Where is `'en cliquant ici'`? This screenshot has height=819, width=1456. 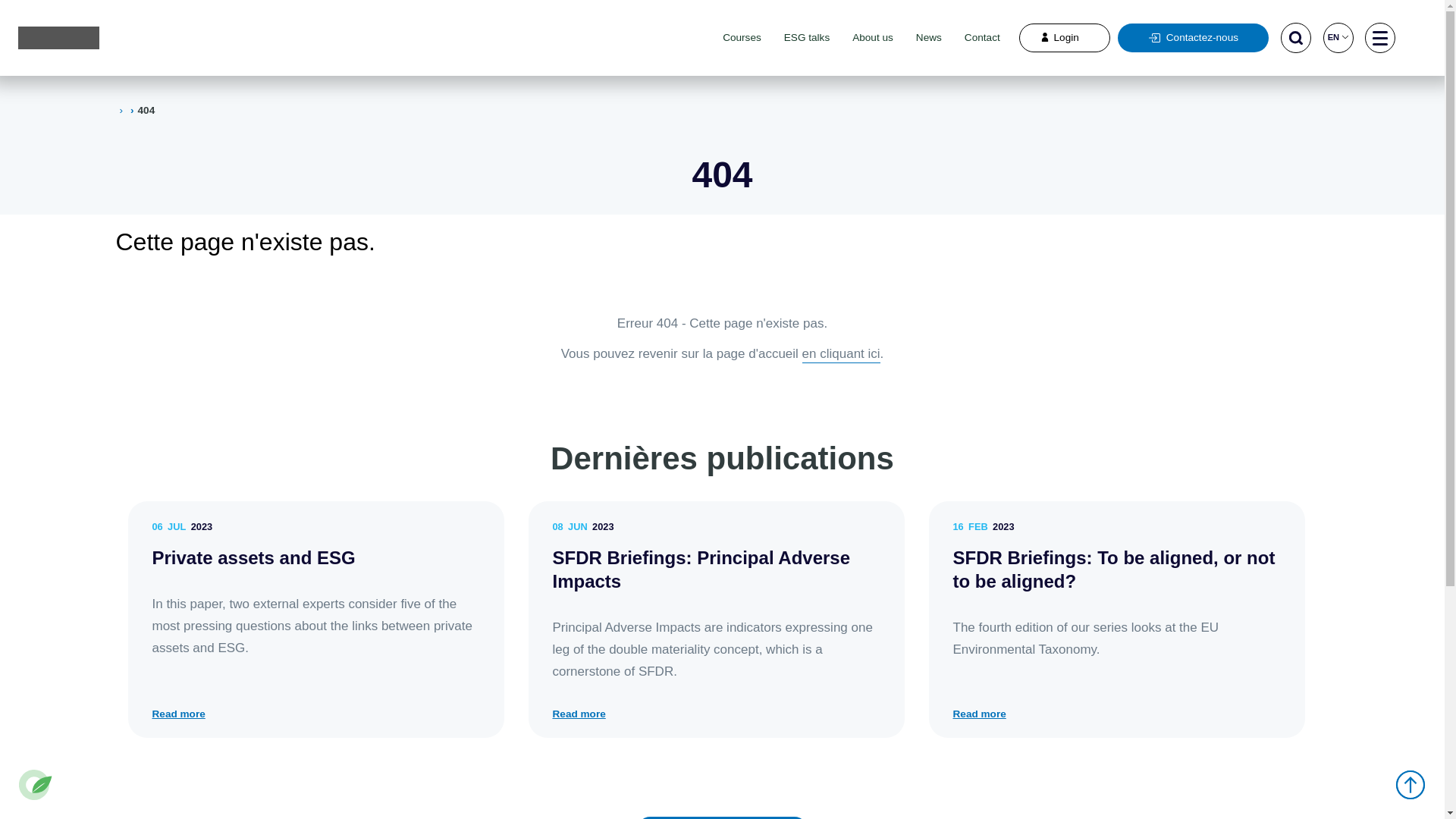
'en cliquant ici' is located at coordinates (840, 353).